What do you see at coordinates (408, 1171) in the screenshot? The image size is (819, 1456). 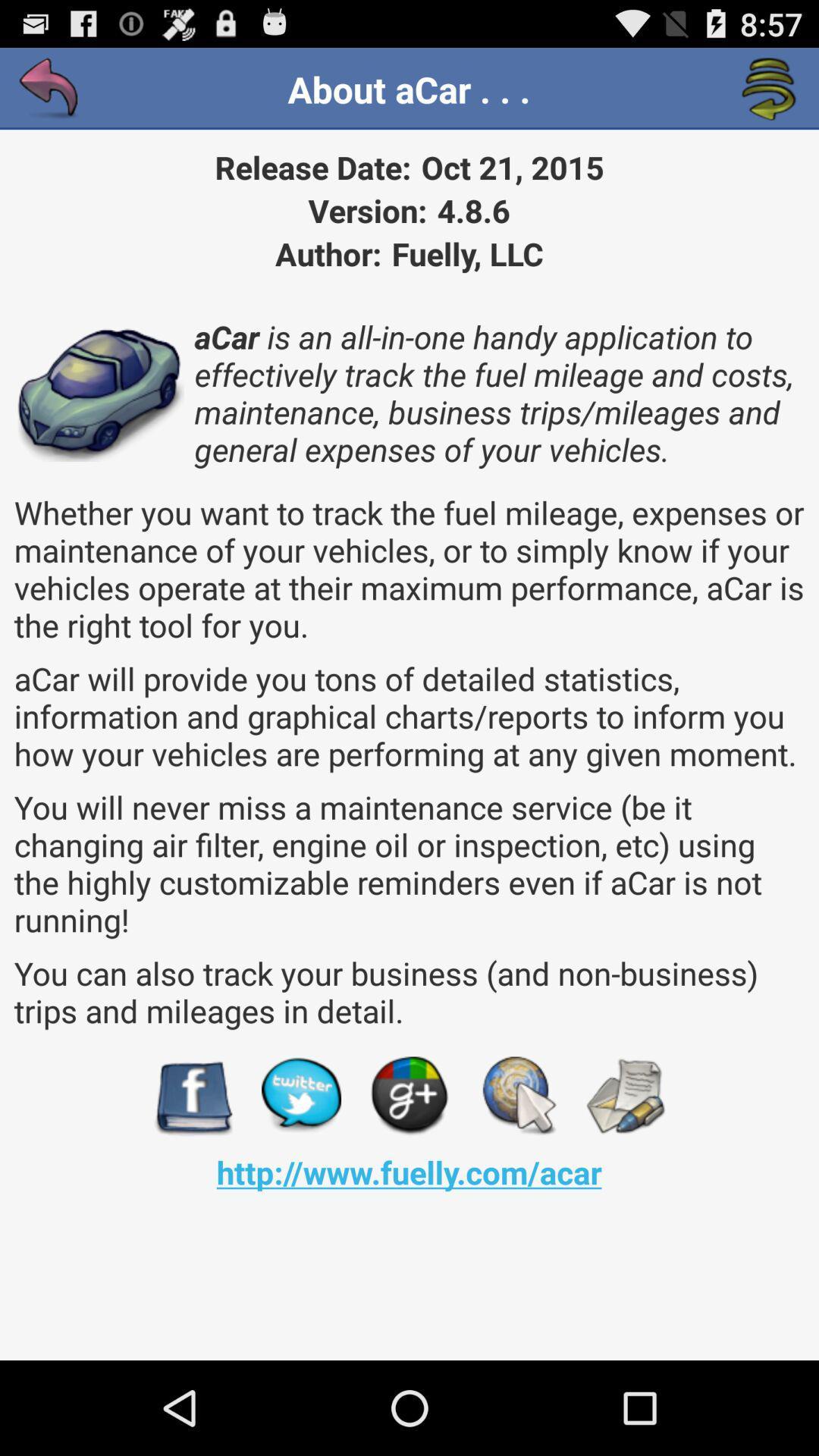 I see `http www fuelly app` at bounding box center [408, 1171].